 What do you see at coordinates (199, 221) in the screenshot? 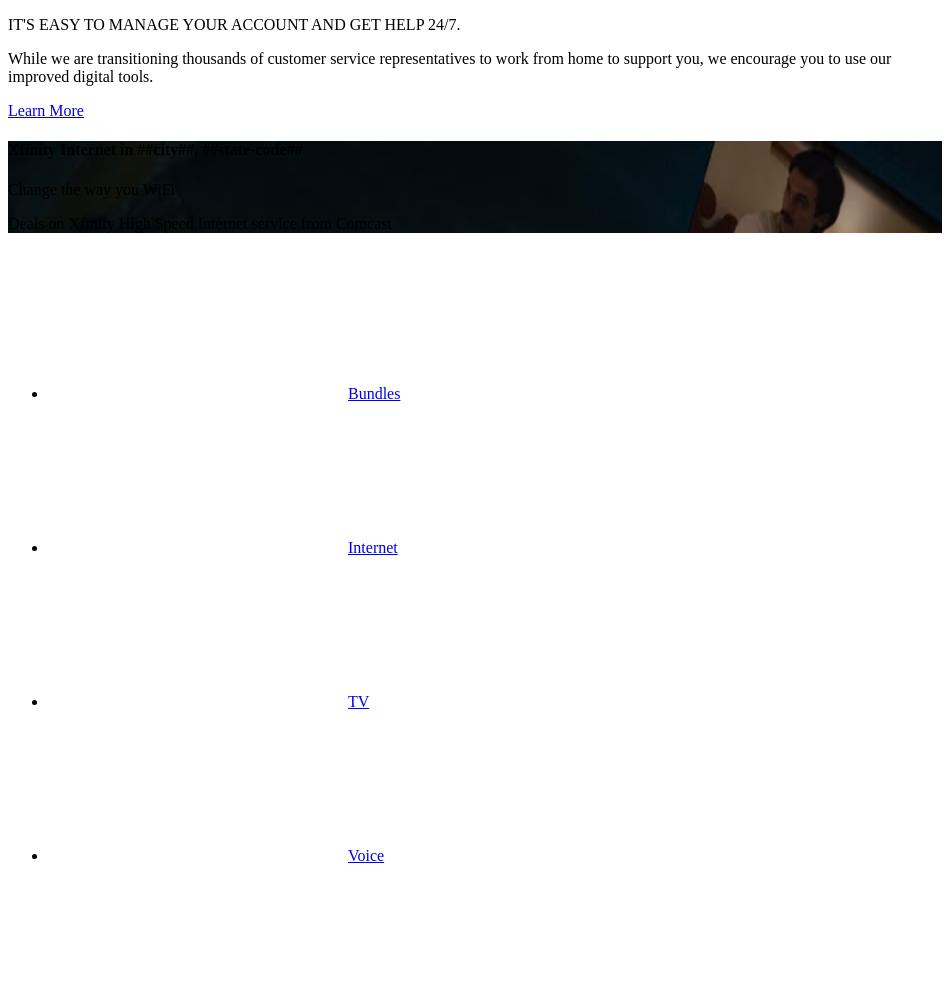
I see `'Deals on Xfinity High Speed Internet service from Comcast'` at bounding box center [199, 221].